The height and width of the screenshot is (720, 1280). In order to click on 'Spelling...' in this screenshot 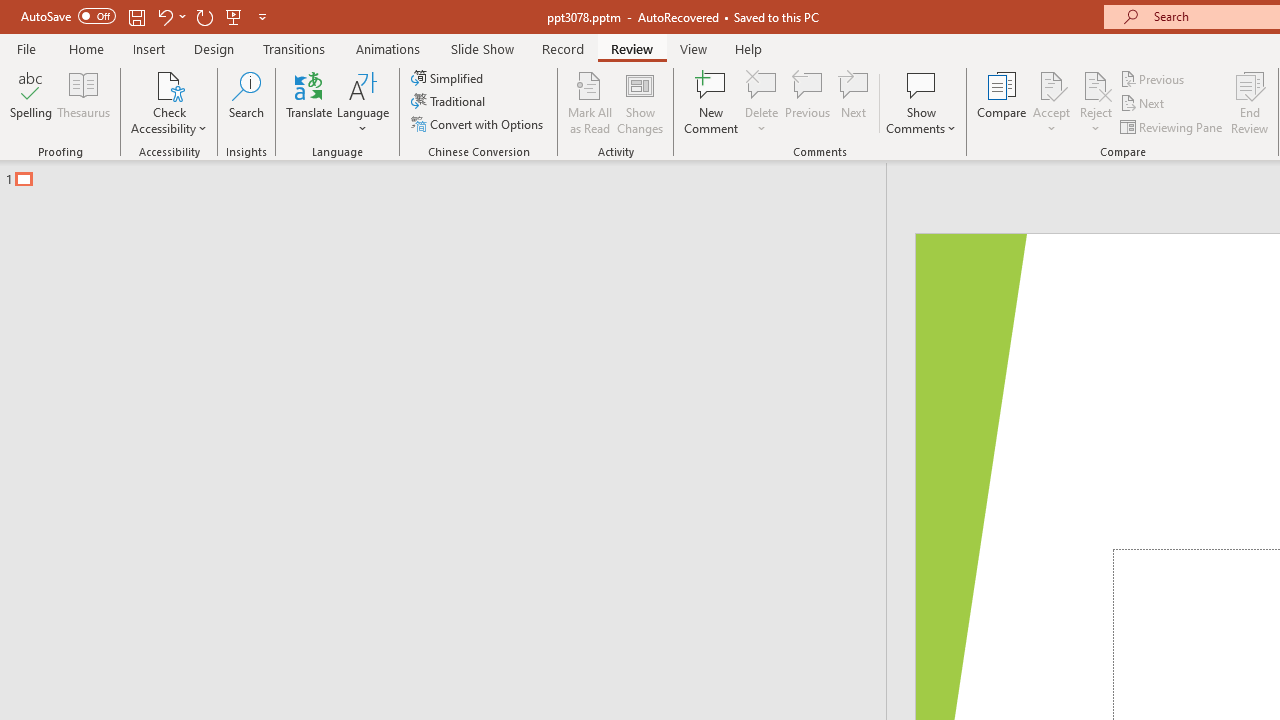, I will do `click(31, 103)`.